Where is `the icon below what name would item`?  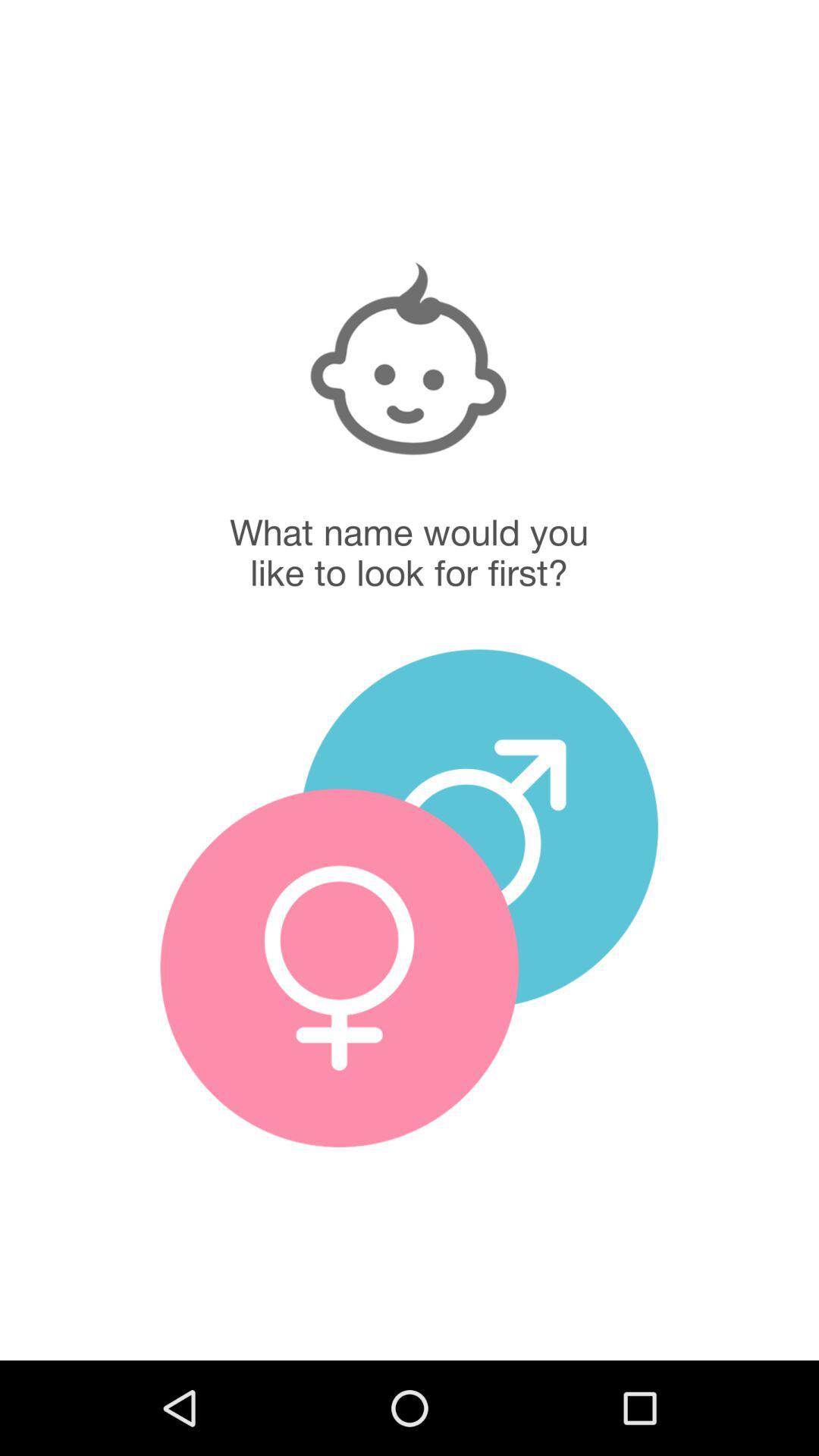 the icon below what name would item is located at coordinates (479, 827).